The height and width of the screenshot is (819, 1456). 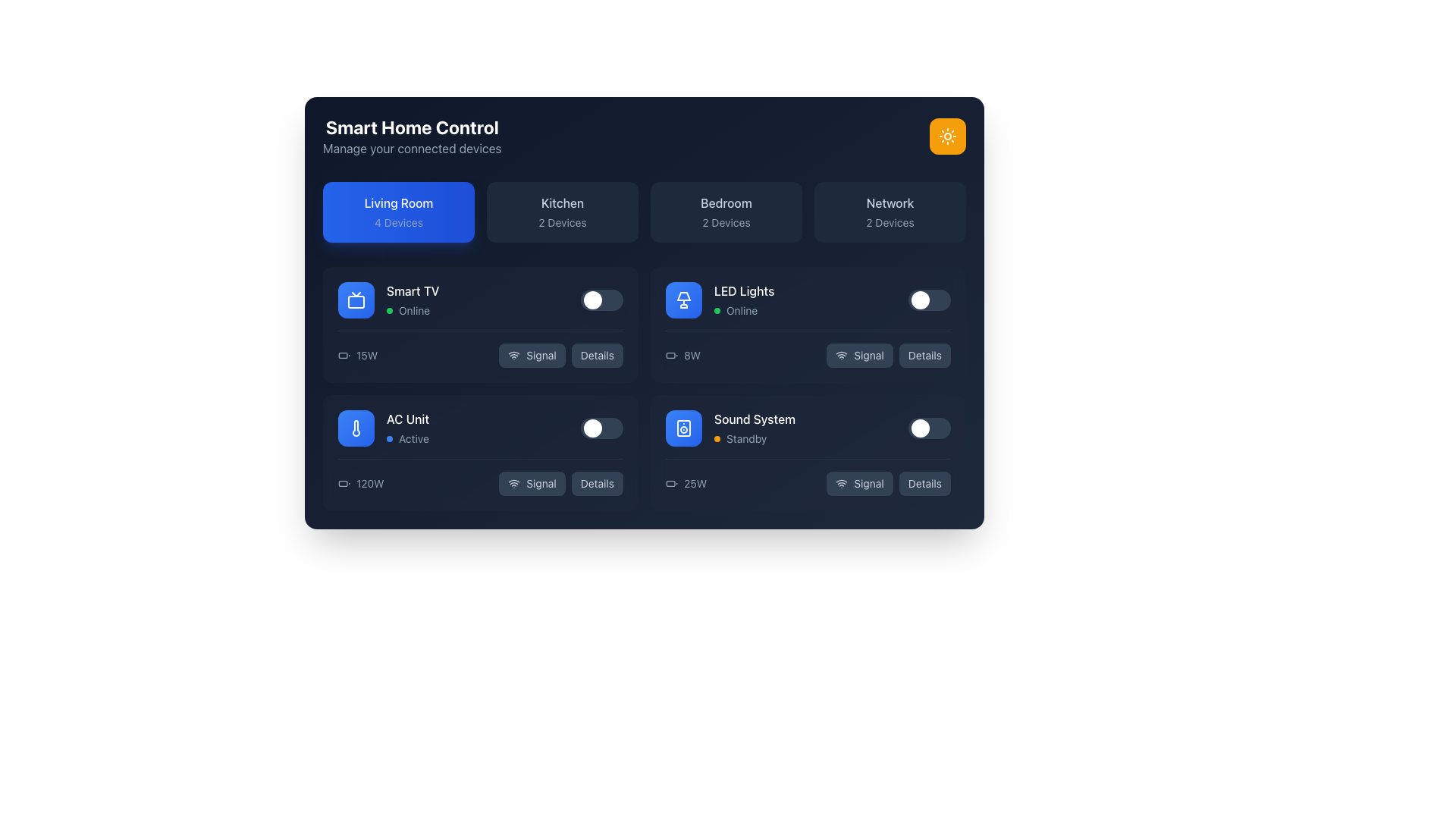 What do you see at coordinates (755, 428) in the screenshot?
I see `the sound system device` at bounding box center [755, 428].